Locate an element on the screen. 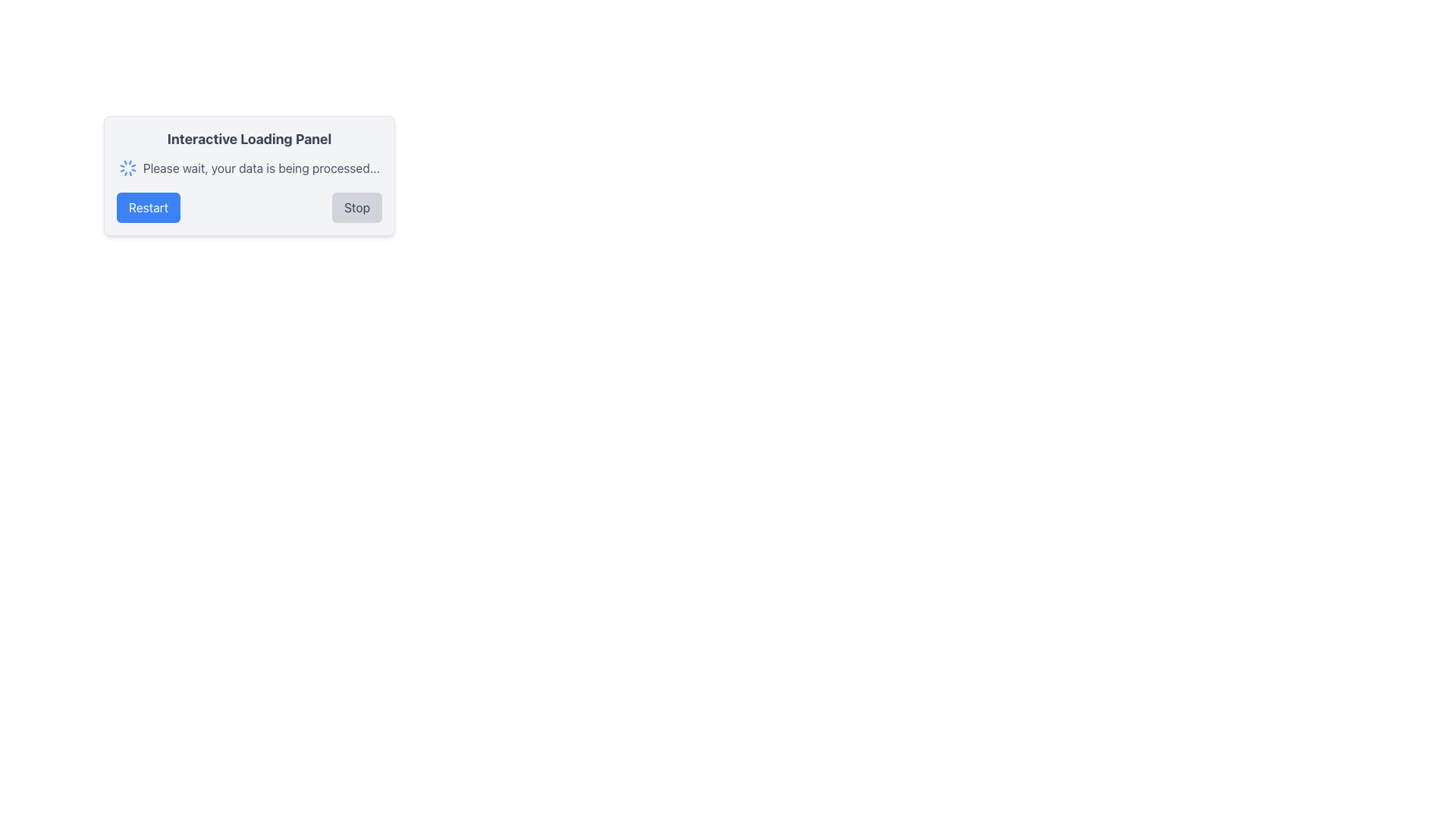 The image size is (1456, 819). the 'Stop' button, which is a rectangular button with medium gray text on a light gray background, located to the right of the 'Restart' button is located at coordinates (356, 207).